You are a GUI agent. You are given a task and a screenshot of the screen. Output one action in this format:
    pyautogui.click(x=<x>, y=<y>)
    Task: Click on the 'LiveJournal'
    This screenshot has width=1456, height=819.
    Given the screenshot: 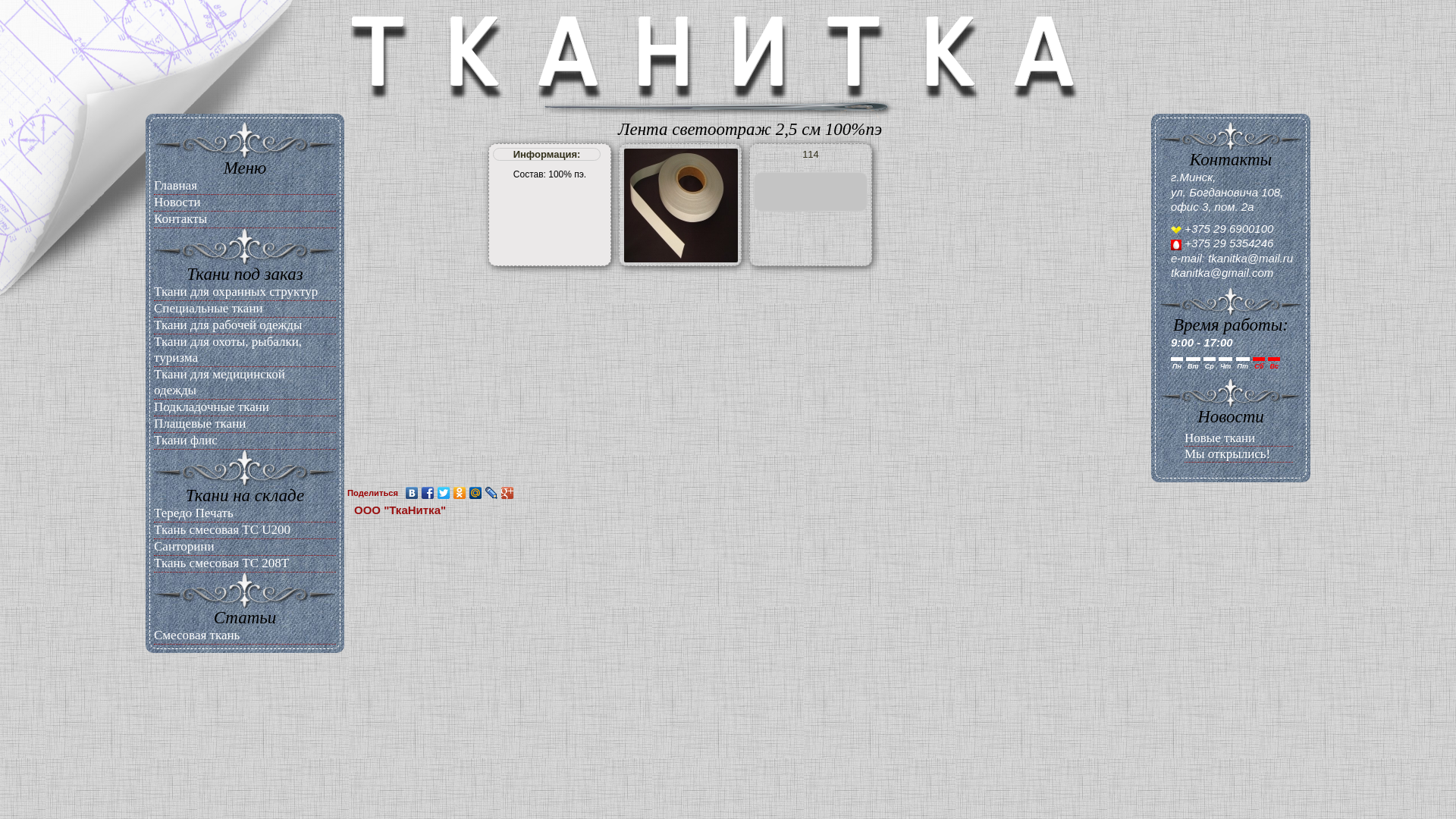 What is the action you would take?
    pyautogui.click(x=491, y=493)
    